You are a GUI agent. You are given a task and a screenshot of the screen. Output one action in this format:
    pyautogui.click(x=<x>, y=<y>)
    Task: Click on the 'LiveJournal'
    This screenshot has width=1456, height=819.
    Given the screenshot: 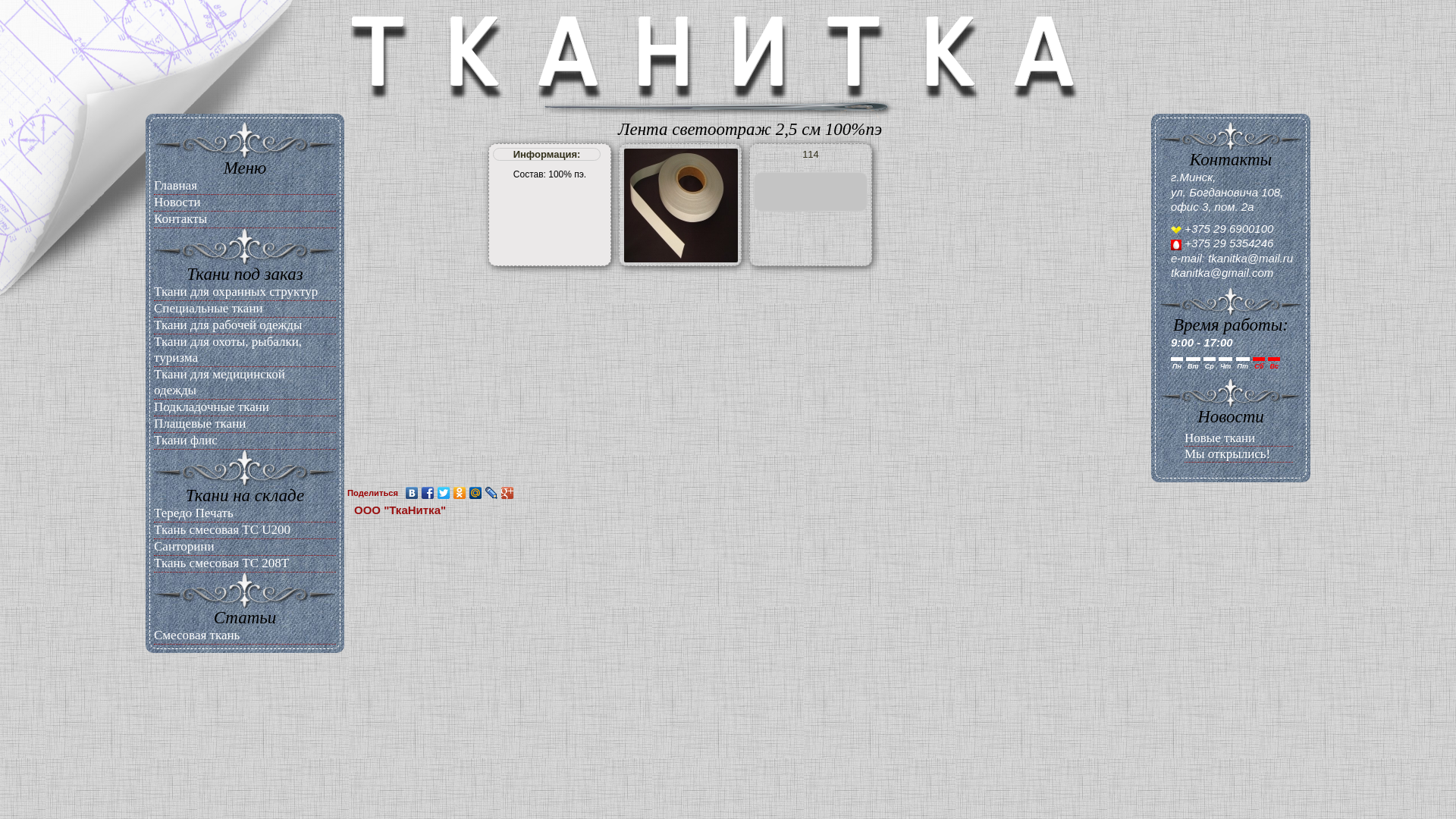 What is the action you would take?
    pyautogui.click(x=491, y=493)
    